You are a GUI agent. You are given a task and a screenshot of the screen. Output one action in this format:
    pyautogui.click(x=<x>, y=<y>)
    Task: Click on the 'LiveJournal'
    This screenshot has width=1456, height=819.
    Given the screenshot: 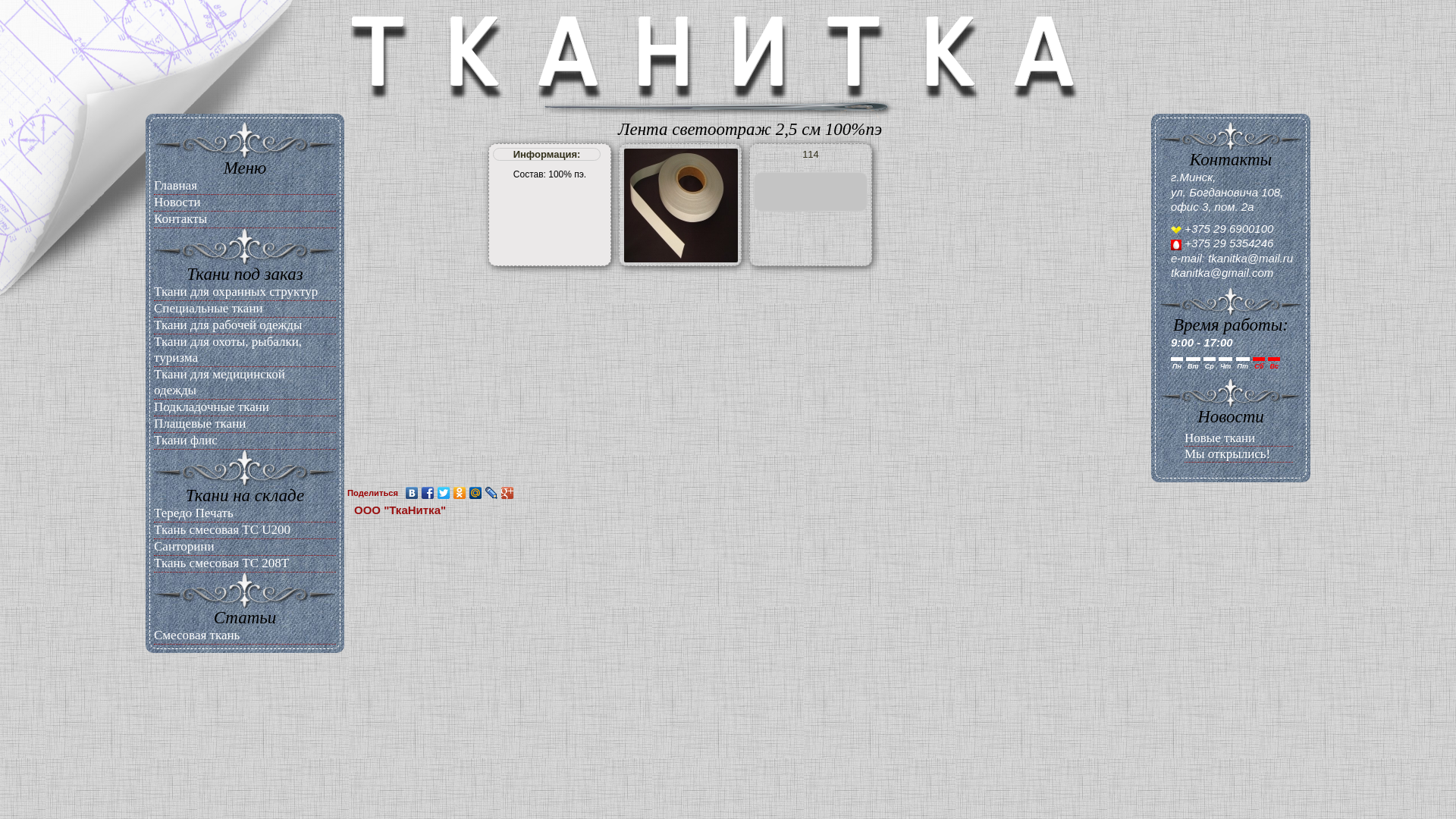 What is the action you would take?
    pyautogui.click(x=491, y=493)
    